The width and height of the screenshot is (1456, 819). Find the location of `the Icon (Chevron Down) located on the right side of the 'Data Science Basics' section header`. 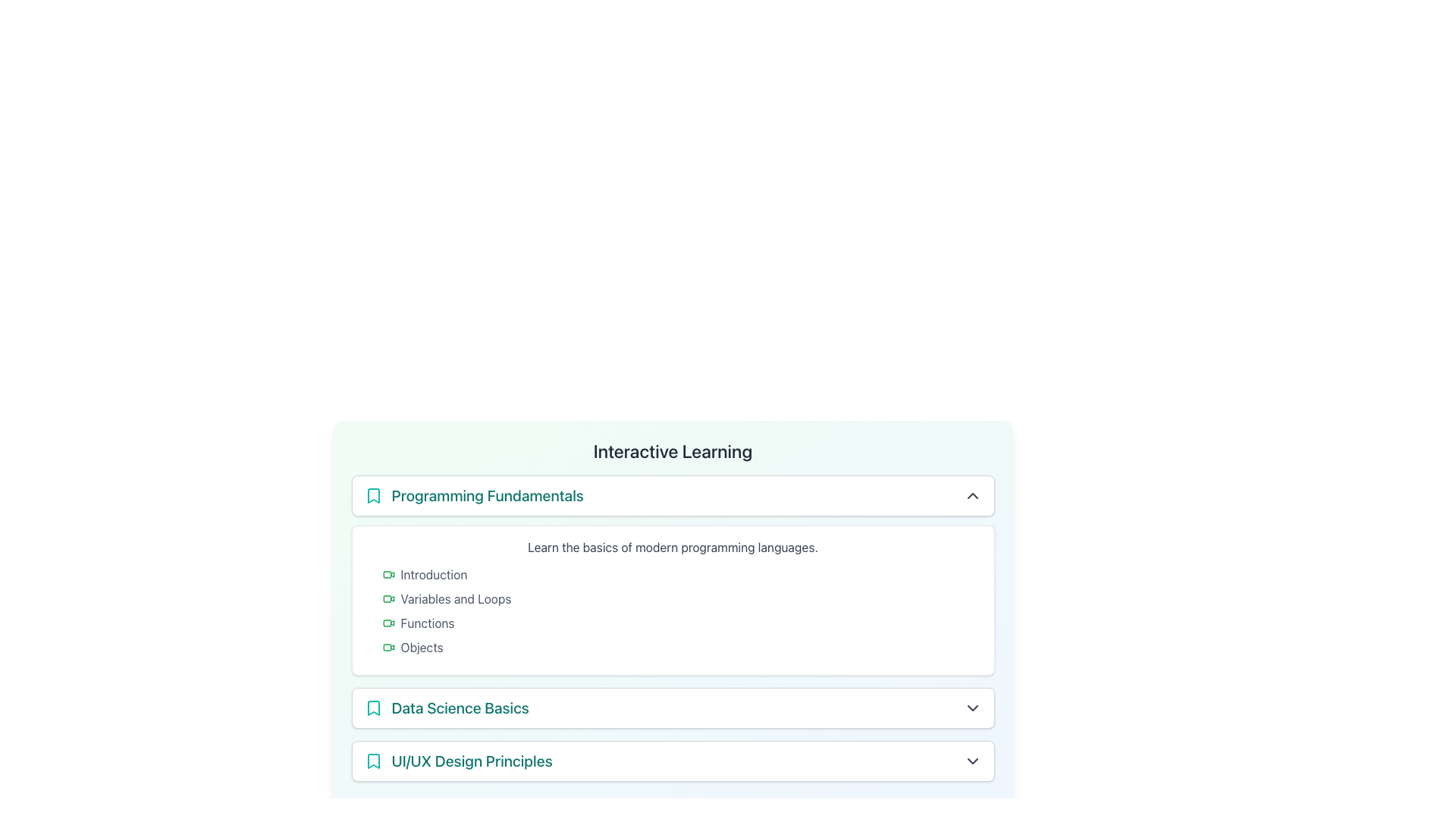

the Icon (Chevron Down) located on the right side of the 'Data Science Basics' section header is located at coordinates (972, 708).